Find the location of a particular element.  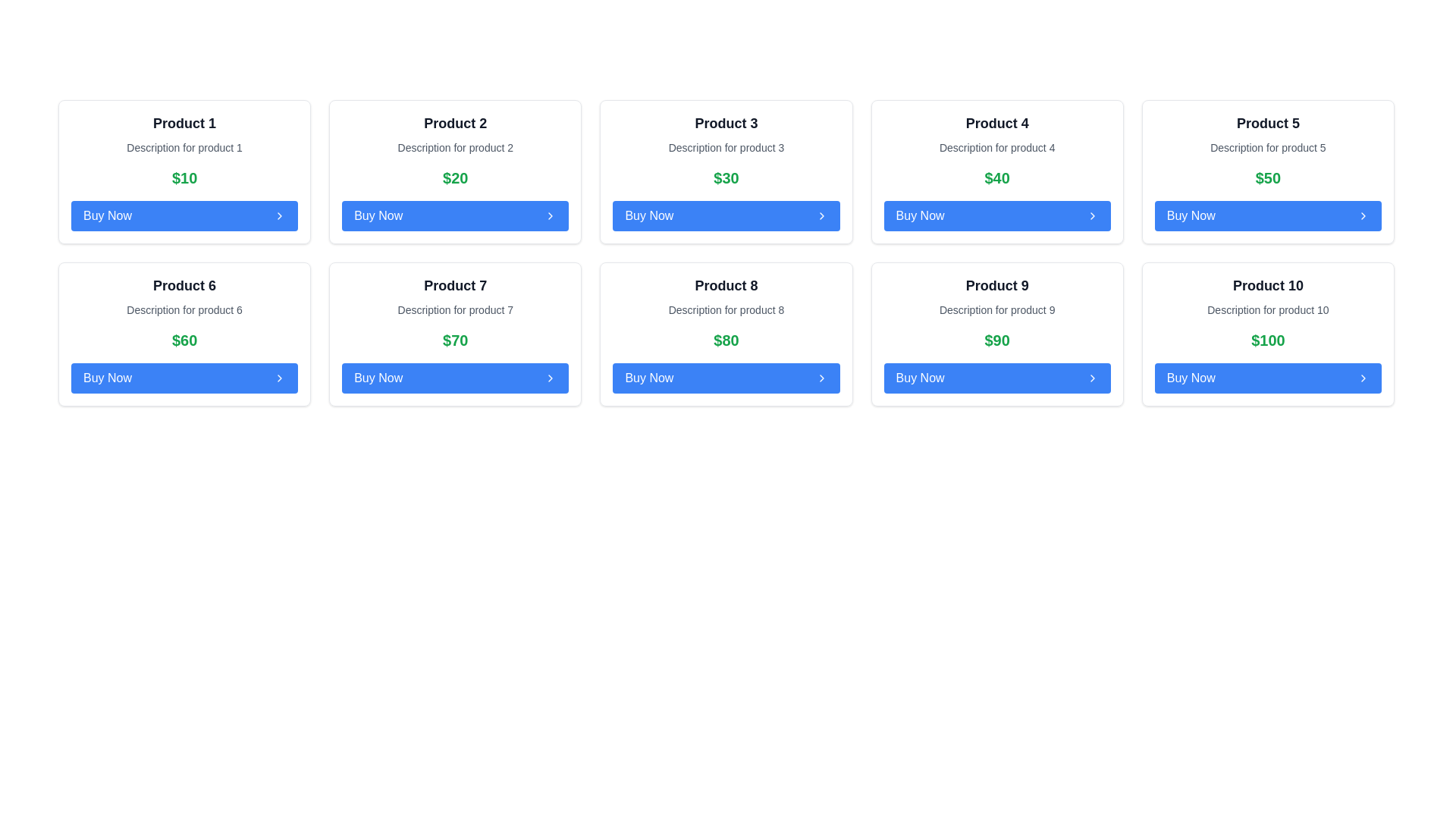

the text label that reads 'Description for product 3', which is styled in a small gray font and positioned below the title 'Product 3' and above the price '$30' is located at coordinates (726, 148).